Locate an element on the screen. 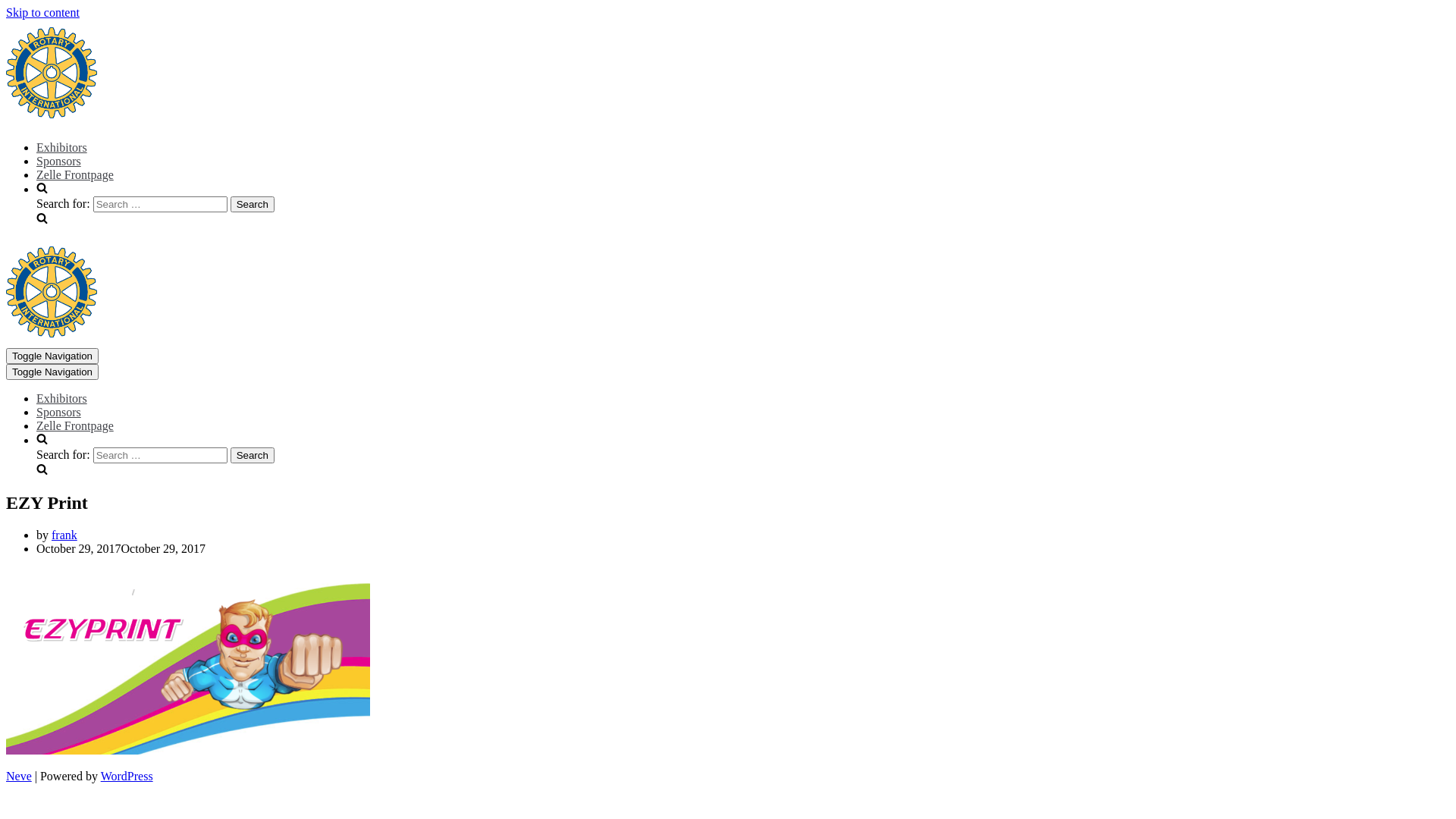 This screenshot has width=1456, height=819. 'Exhibitors' is located at coordinates (36, 147).